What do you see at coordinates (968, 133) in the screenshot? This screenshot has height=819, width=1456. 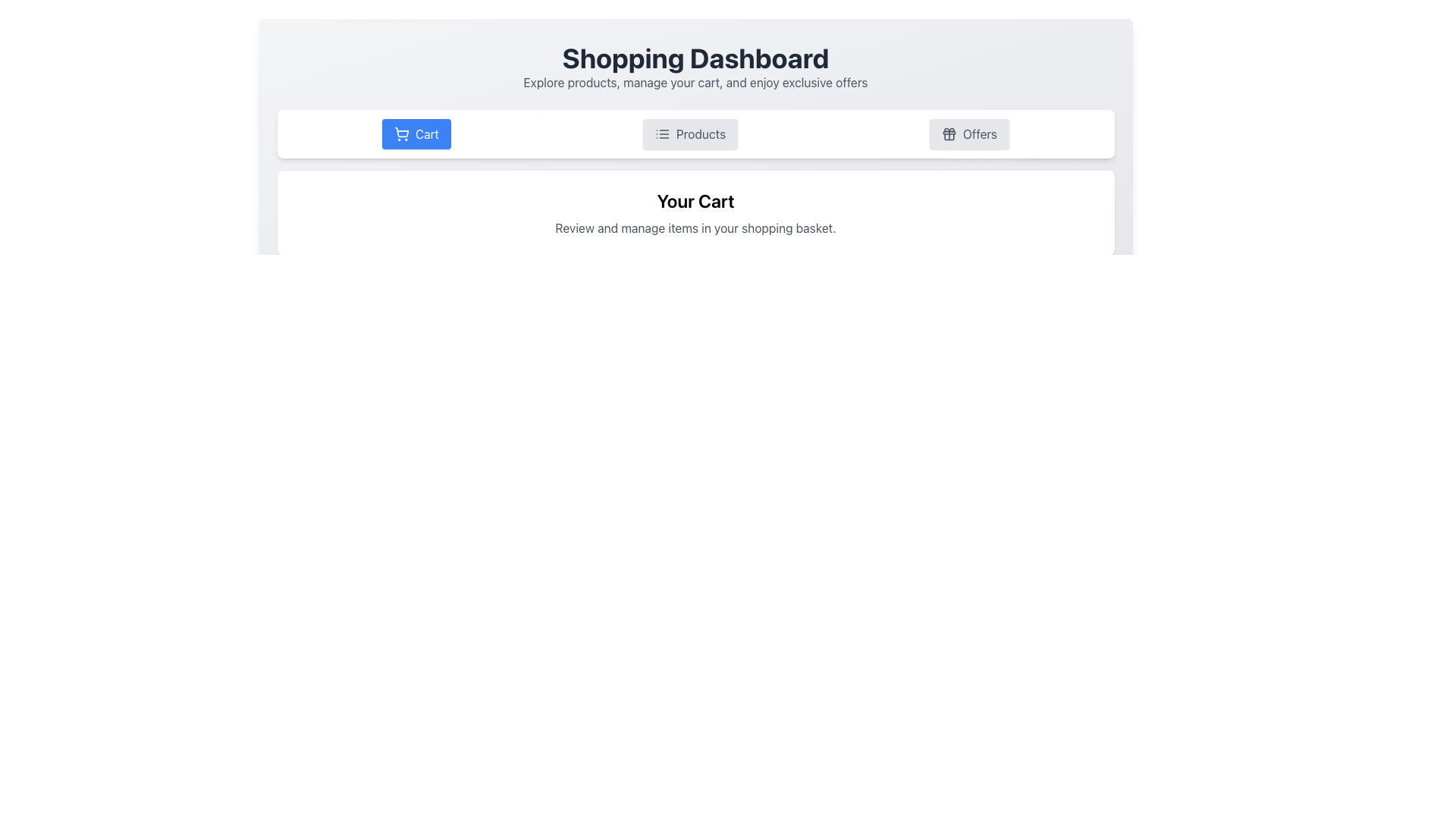 I see `the button located at the far right of the row` at bounding box center [968, 133].